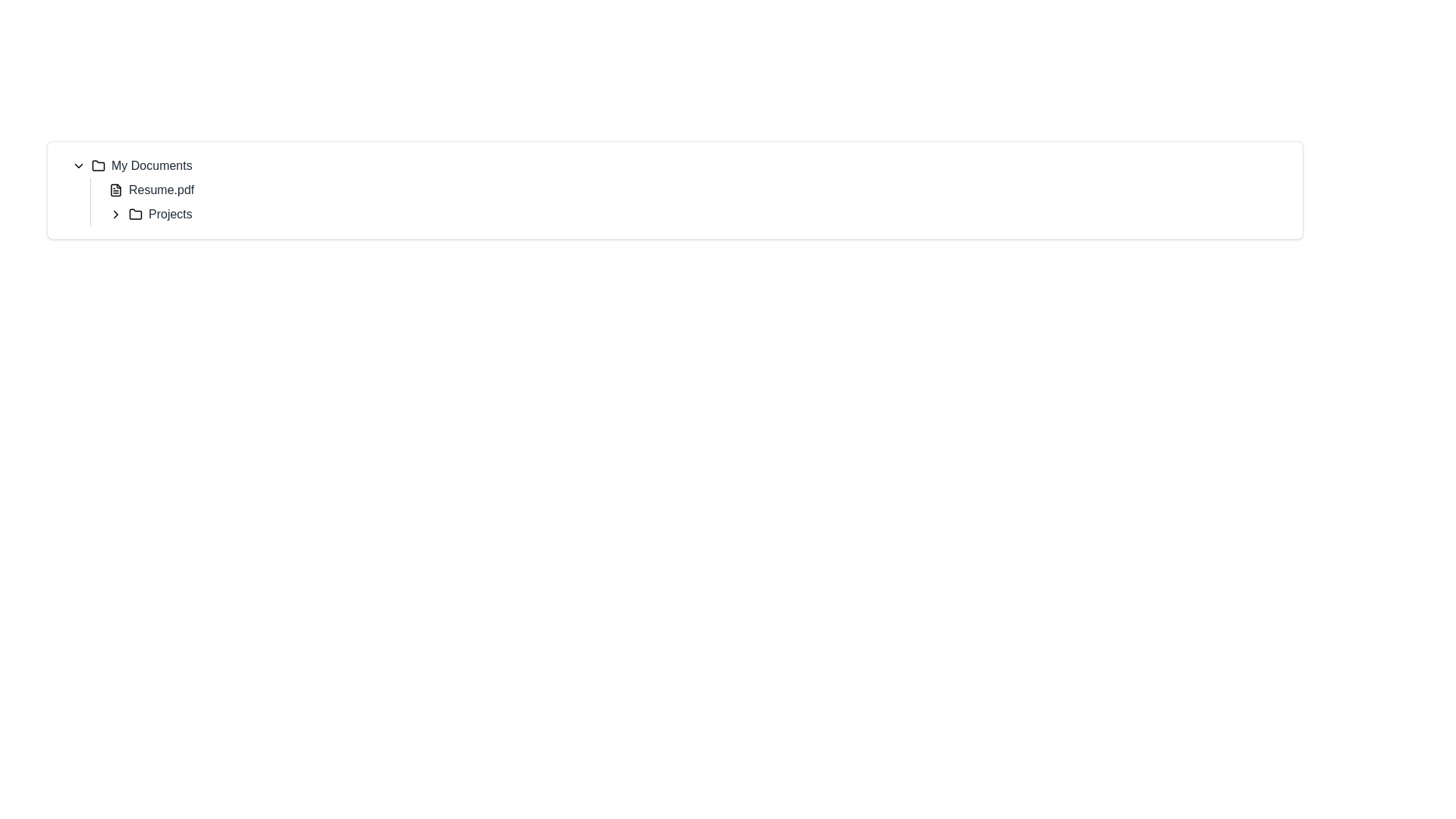  Describe the element at coordinates (135, 214) in the screenshot. I see `the folder icon that is the second icon in the list next to the text labeled 'Projects'` at that location.